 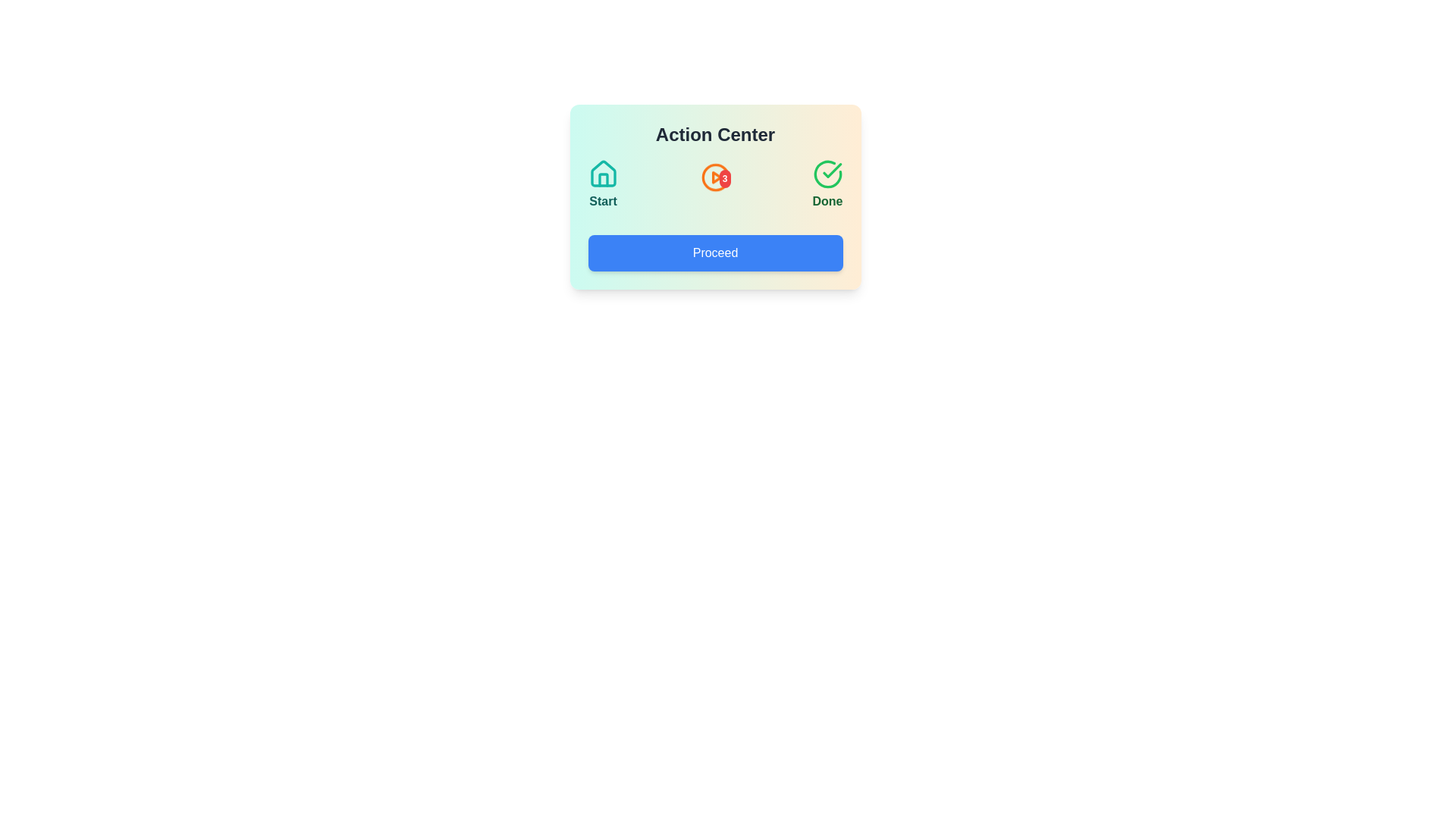 I want to click on the green circular checkmark icon representing a completed action, located in the 'Action Center' panel next to the label 'Done.', so click(x=831, y=170).